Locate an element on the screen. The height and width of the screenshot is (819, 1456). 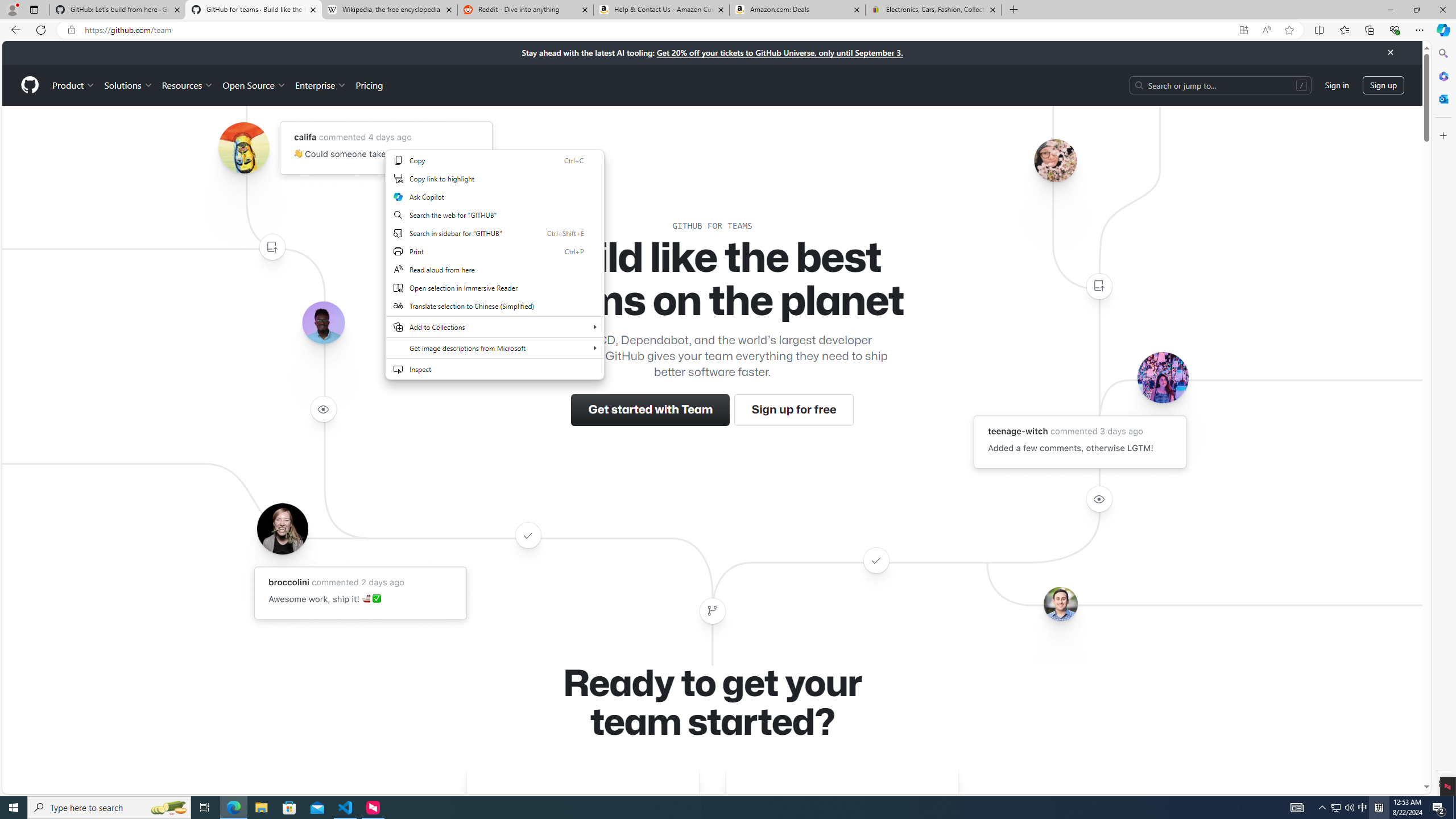
'Copy' is located at coordinates (494, 160).